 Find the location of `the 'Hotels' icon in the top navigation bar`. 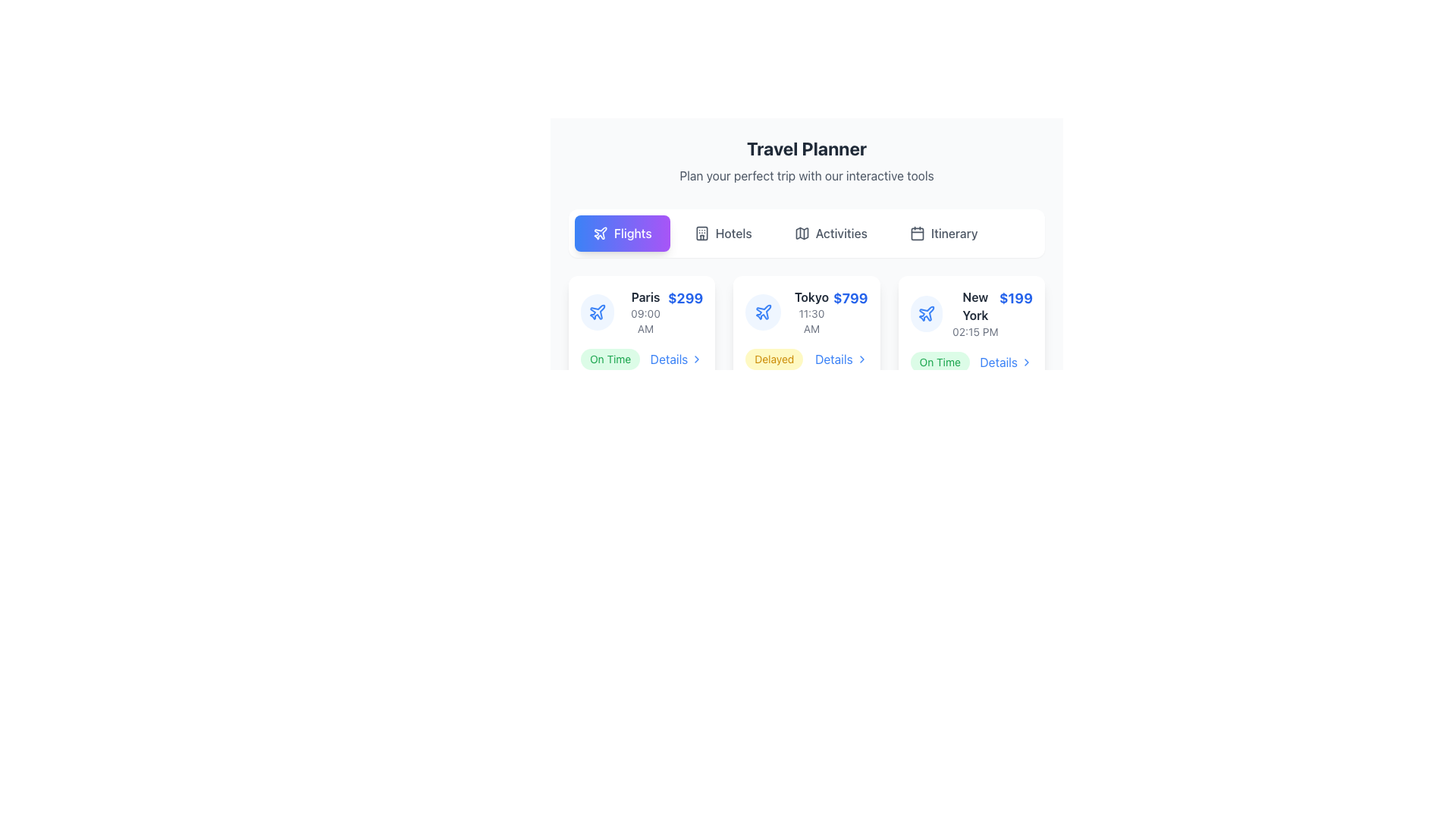

the 'Hotels' icon in the top navigation bar is located at coordinates (701, 234).